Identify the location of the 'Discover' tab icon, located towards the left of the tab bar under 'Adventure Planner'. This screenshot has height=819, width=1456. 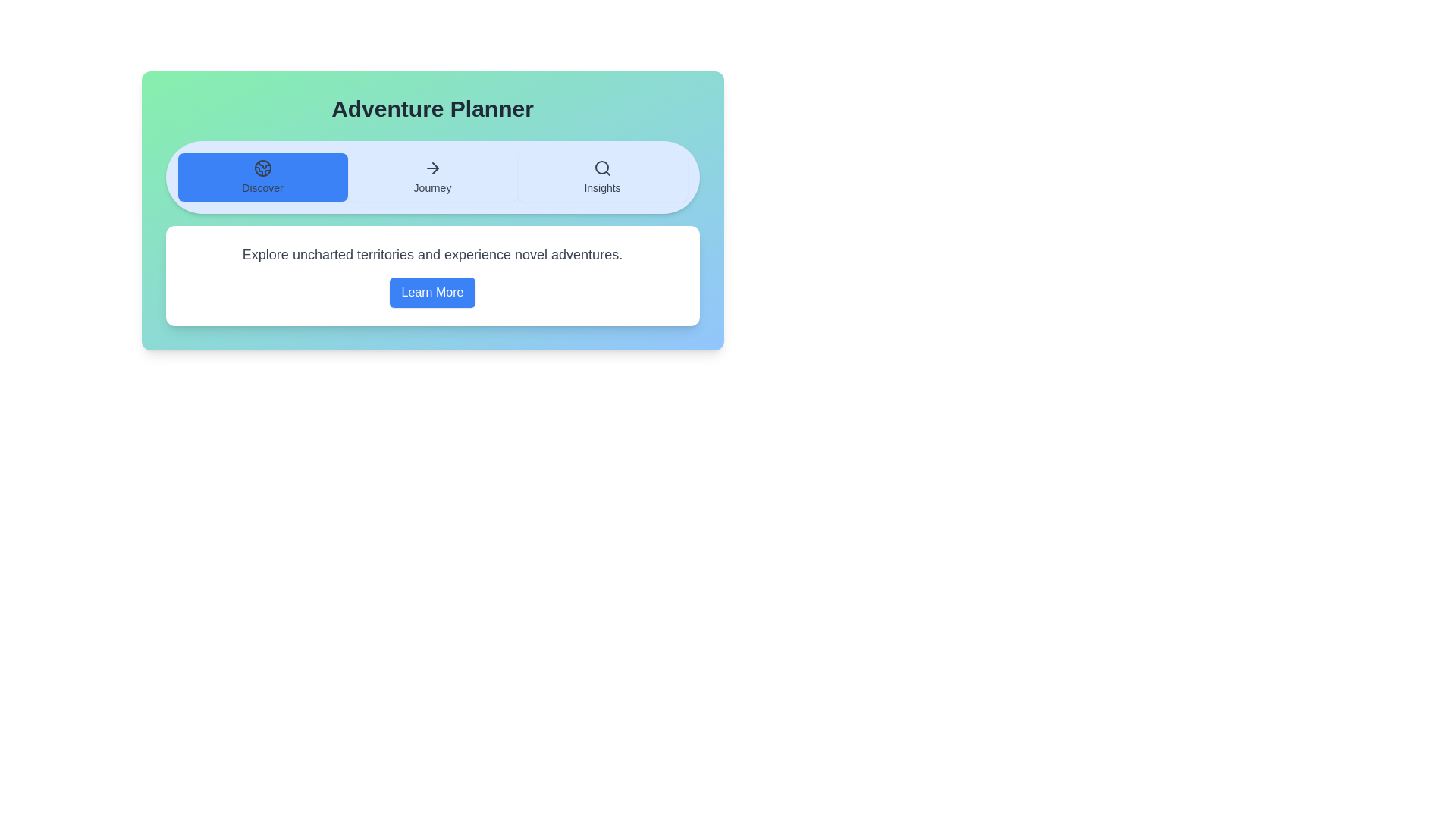
(262, 168).